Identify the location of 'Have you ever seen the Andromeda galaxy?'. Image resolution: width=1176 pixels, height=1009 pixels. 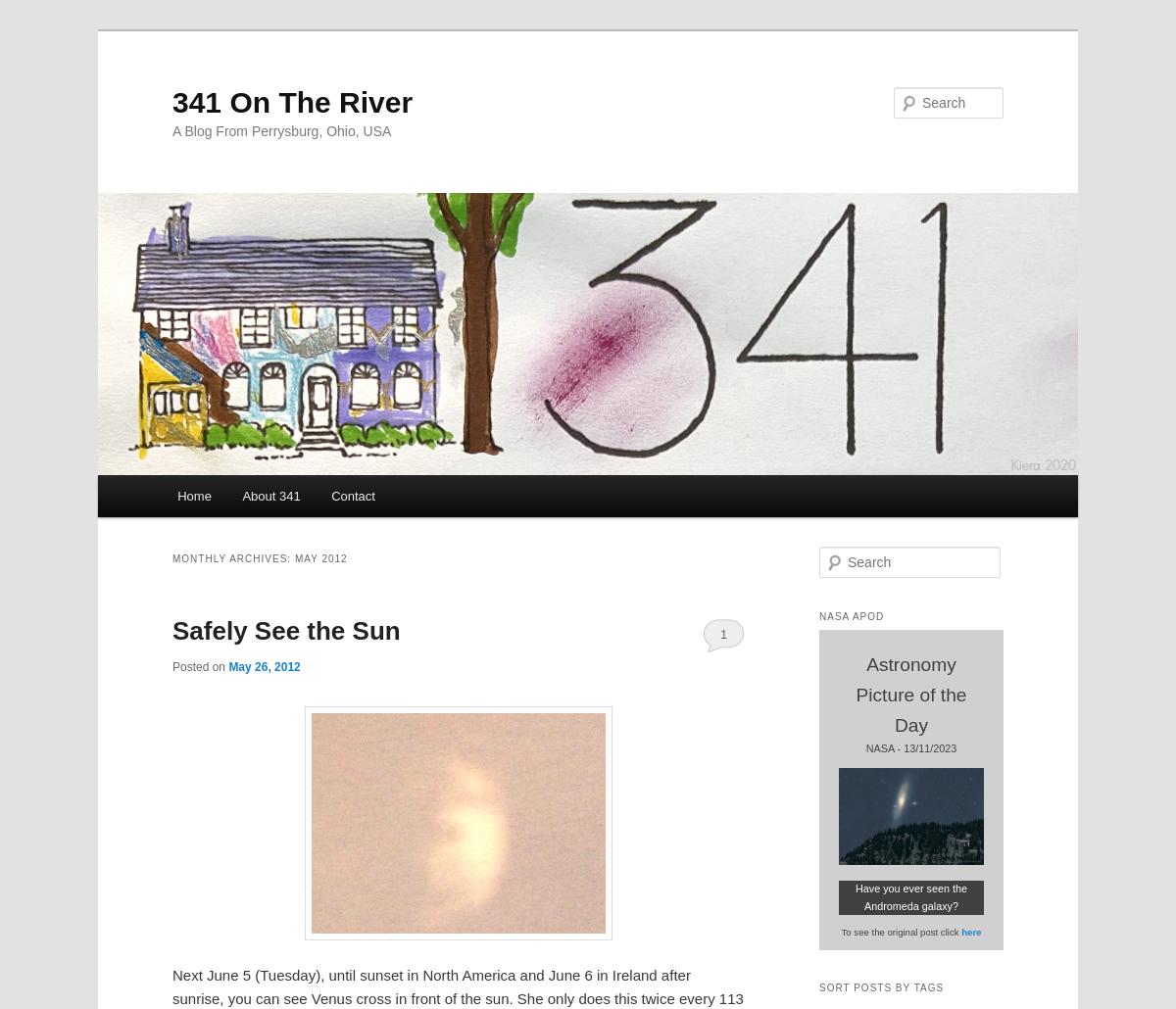
(910, 896).